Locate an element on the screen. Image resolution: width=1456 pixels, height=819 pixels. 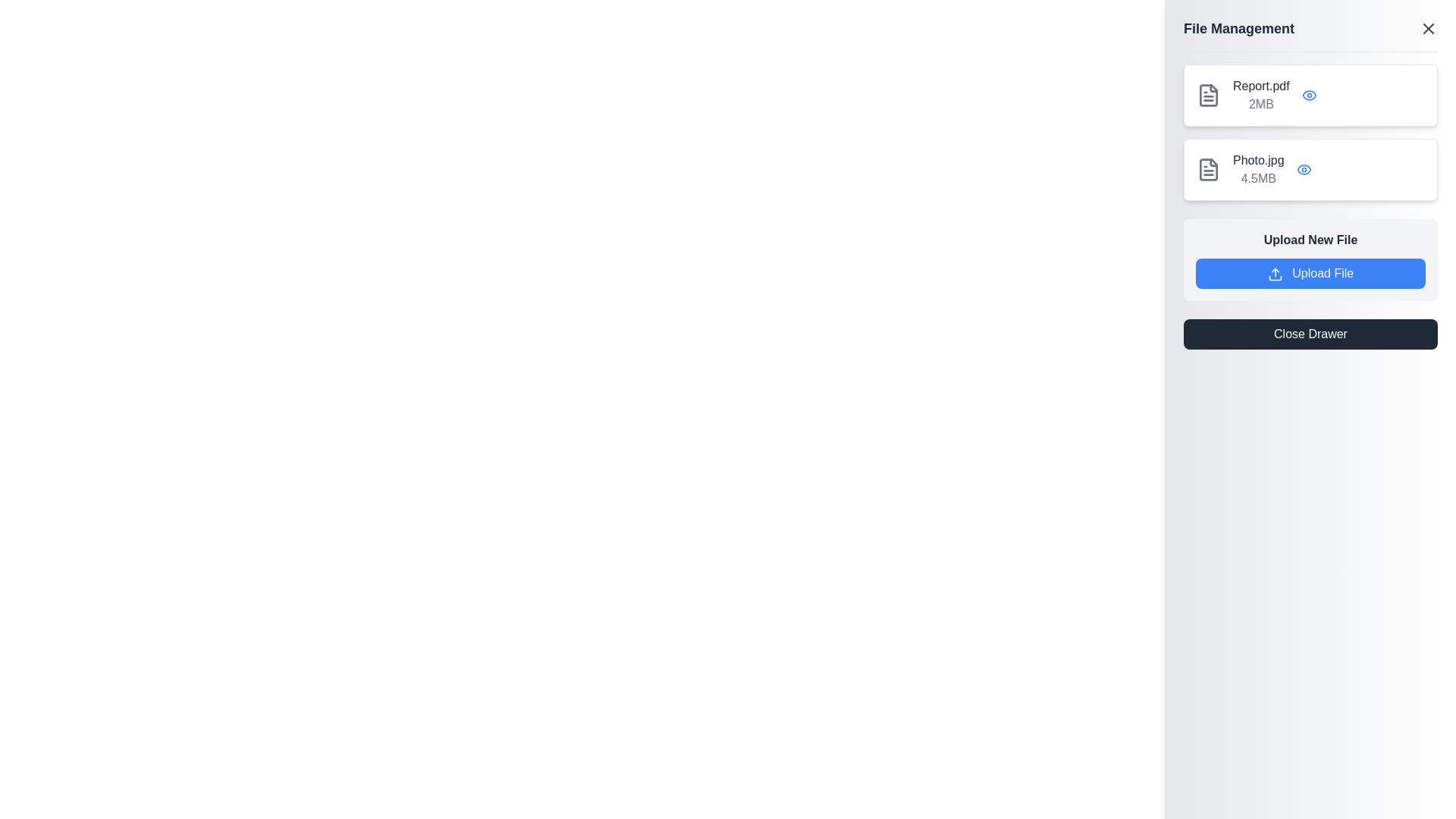
the decorative upload icon located inside the 'Upload File' button, positioned to the left of the text label 'Upload File' is located at coordinates (1274, 274).